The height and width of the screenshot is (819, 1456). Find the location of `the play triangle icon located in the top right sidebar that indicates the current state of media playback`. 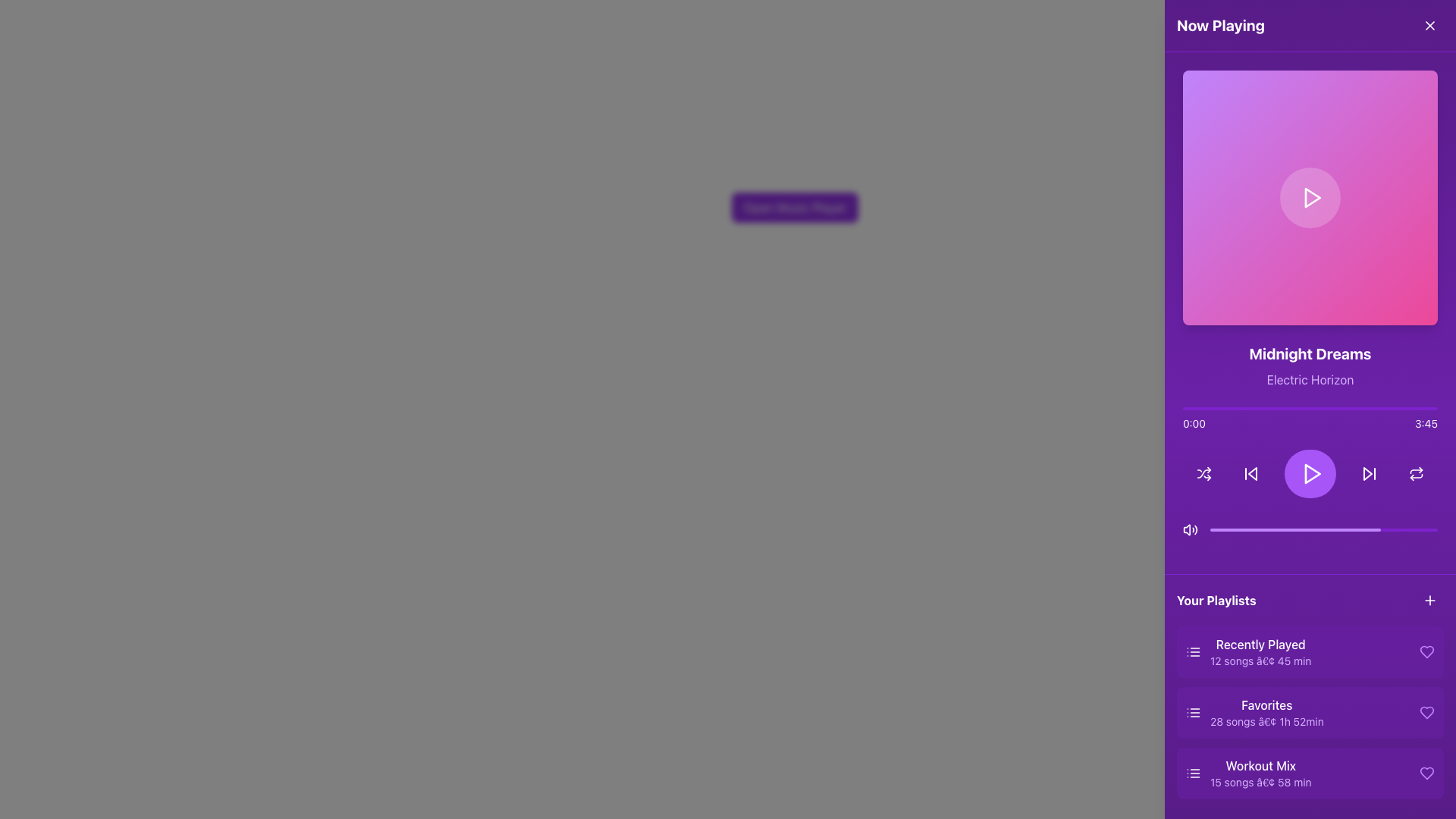

the play triangle icon located in the top right sidebar that indicates the current state of media playback is located at coordinates (1312, 197).